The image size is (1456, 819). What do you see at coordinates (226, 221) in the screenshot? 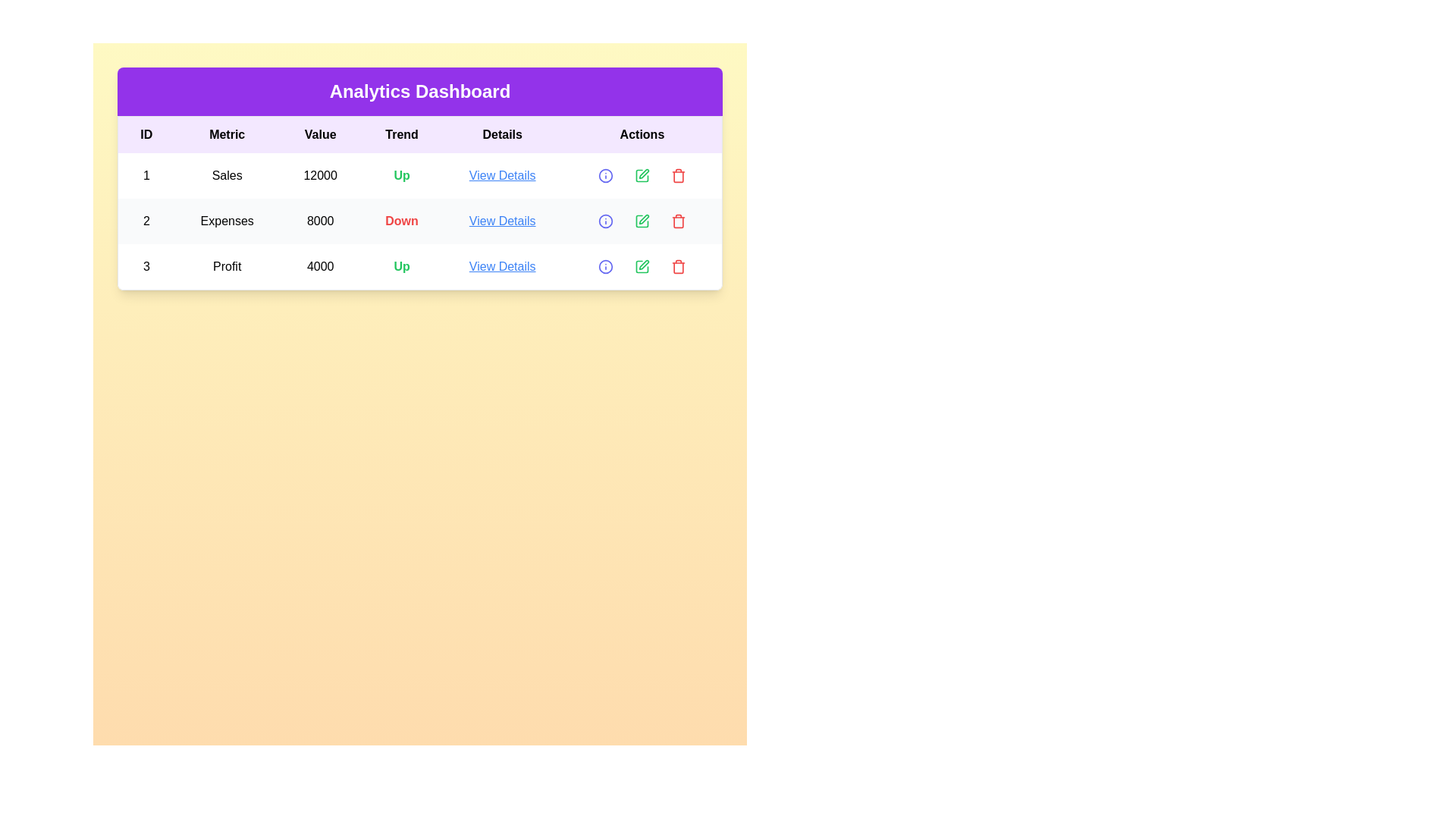
I see `the 'Expenses' static text, which is the second cell in the 'Metric' column of the table row corresponding to ID 2` at bounding box center [226, 221].